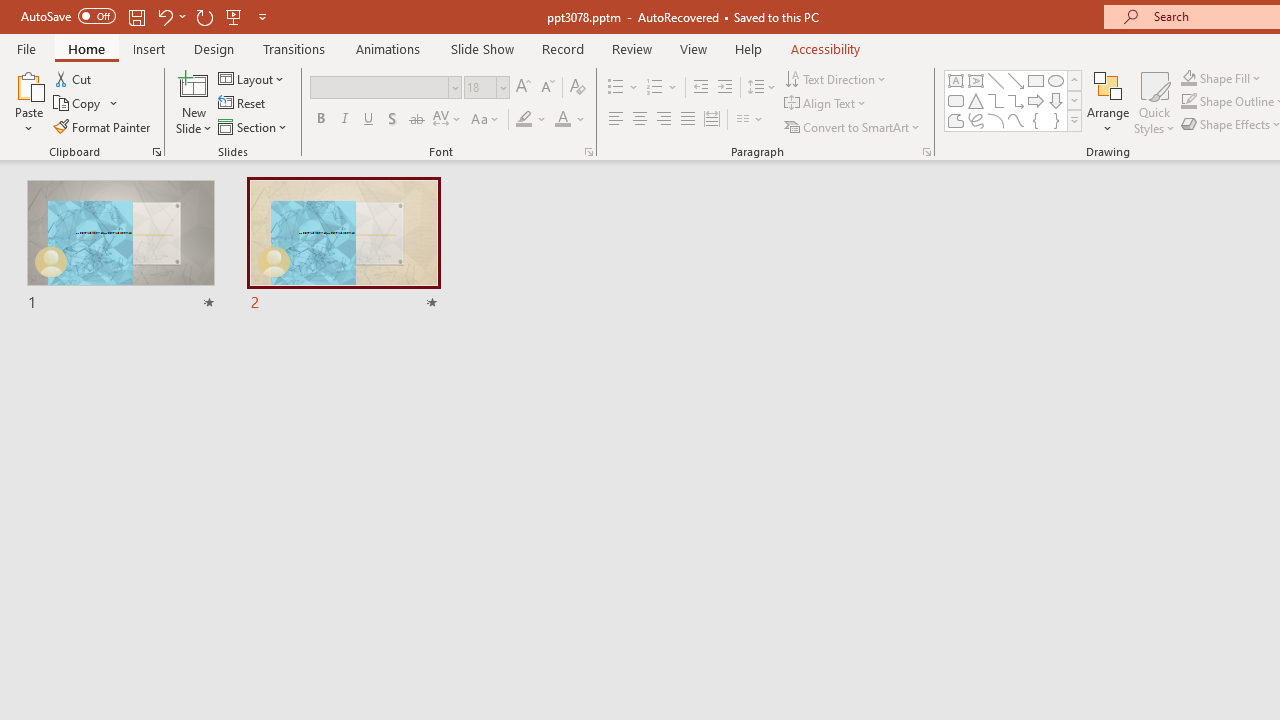  What do you see at coordinates (663, 119) in the screenshot?
I see `'Align Right'` at bounding box center [663, 119].